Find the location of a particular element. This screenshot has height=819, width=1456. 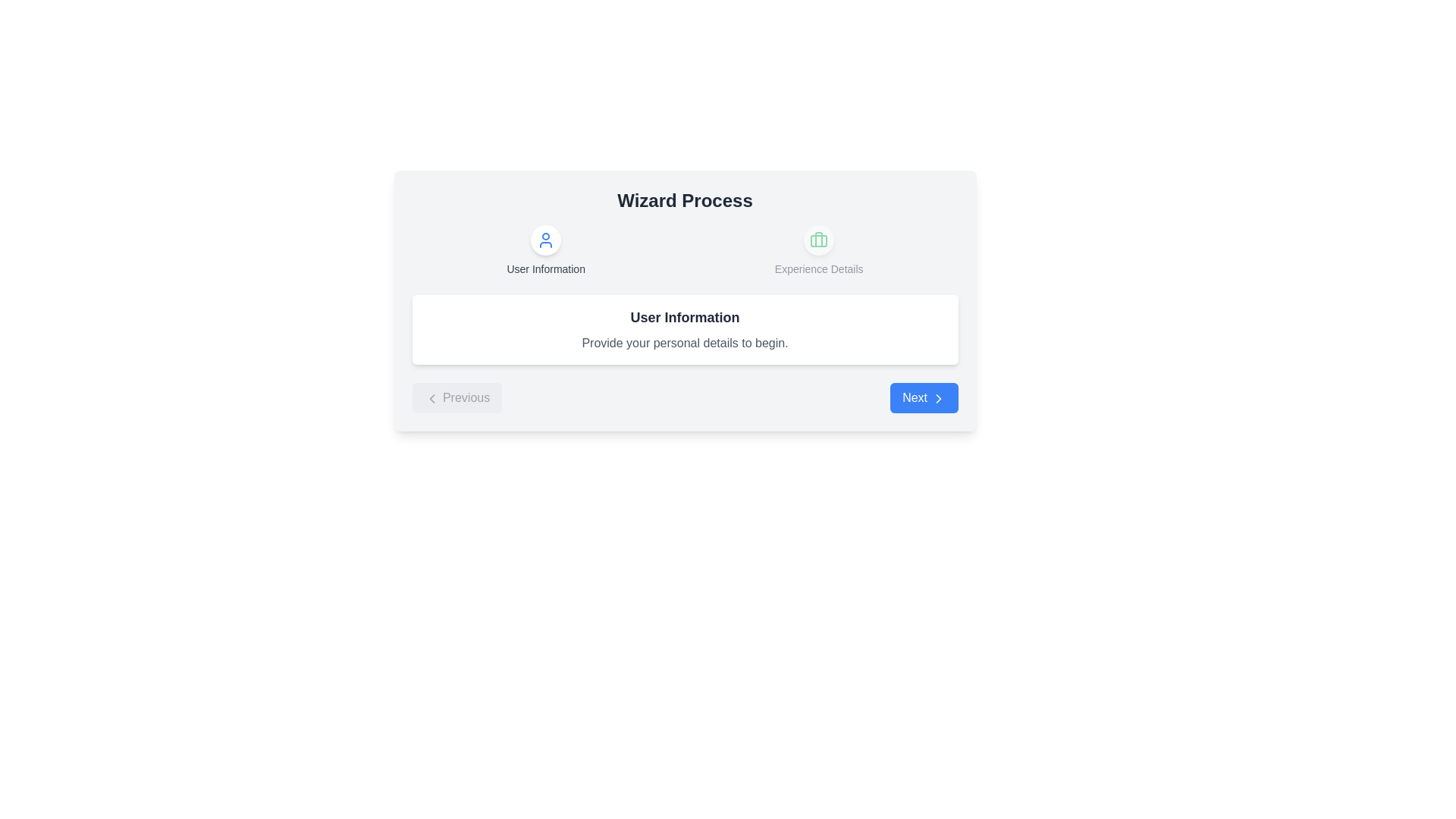

the navigation button located in the bottom-right corner of the main card interface to trigger visual feedback is located at coordinates (923, 397).